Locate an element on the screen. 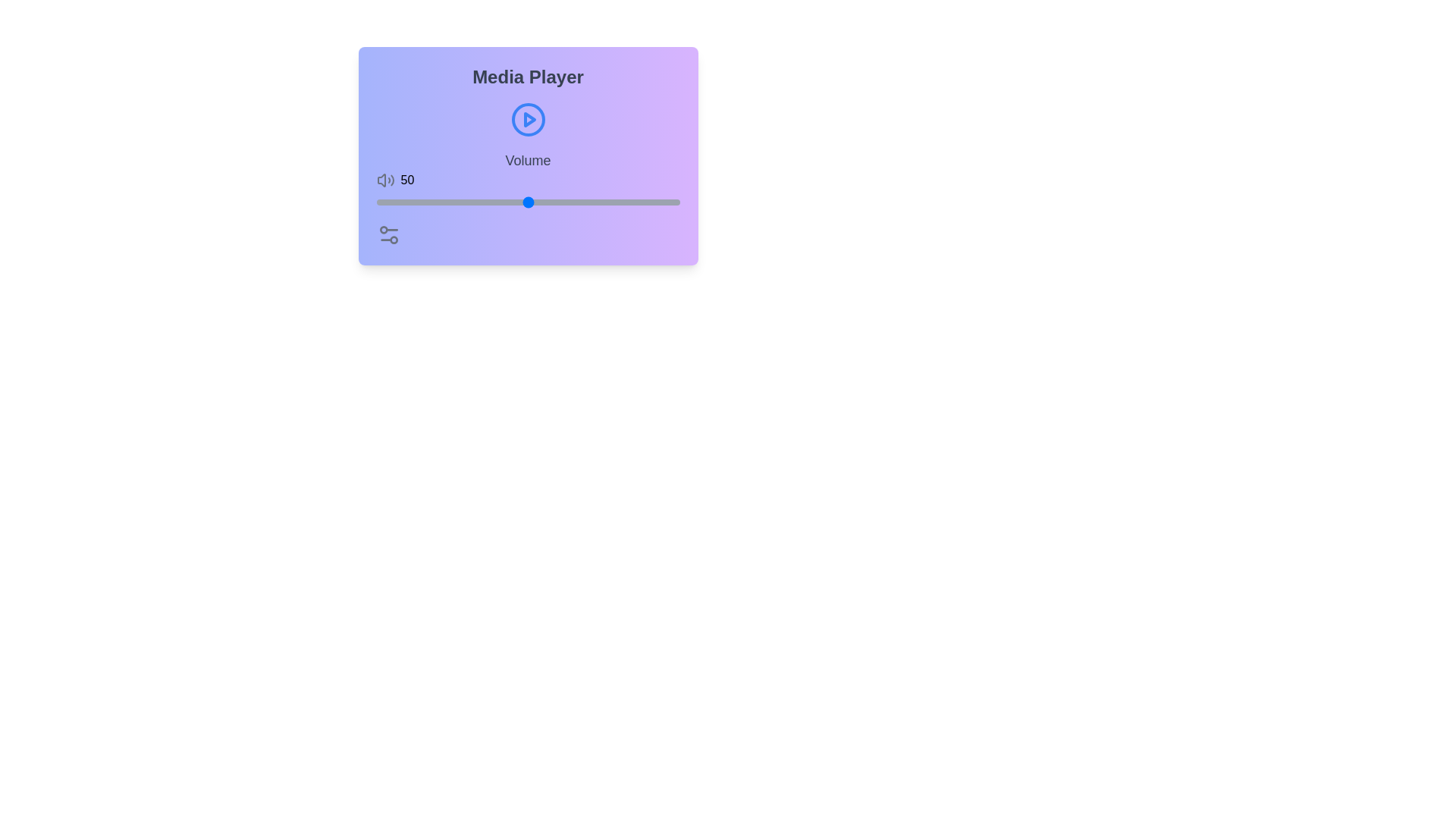 The width and height of the screenshot is (1456, 819). the play button located below the 'Media Player' title to initiate media playback is located at coordinates (528, 119).